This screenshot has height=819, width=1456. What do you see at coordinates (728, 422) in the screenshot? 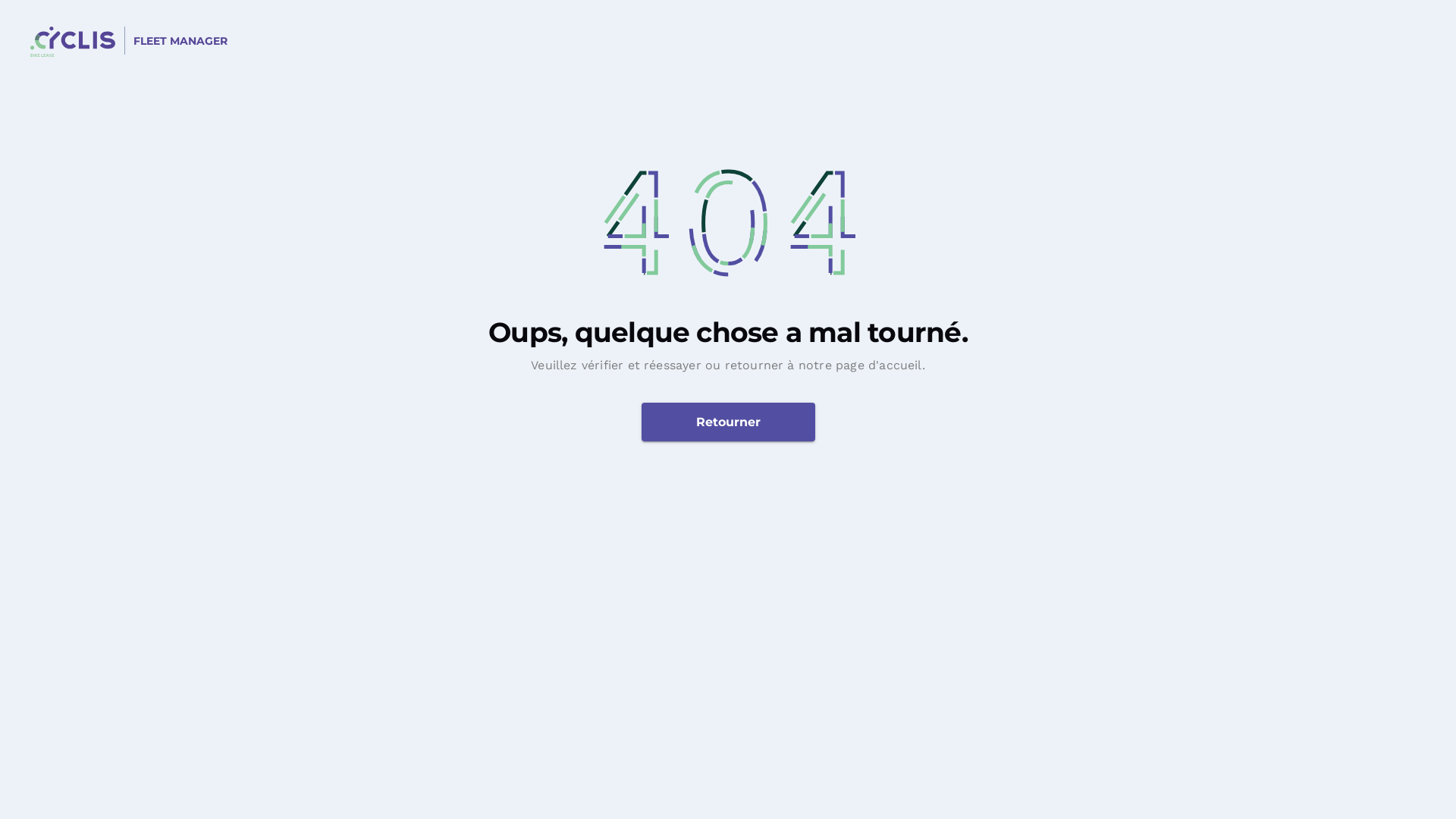
I see `'Retourner'` at bounding box center [728, 422].